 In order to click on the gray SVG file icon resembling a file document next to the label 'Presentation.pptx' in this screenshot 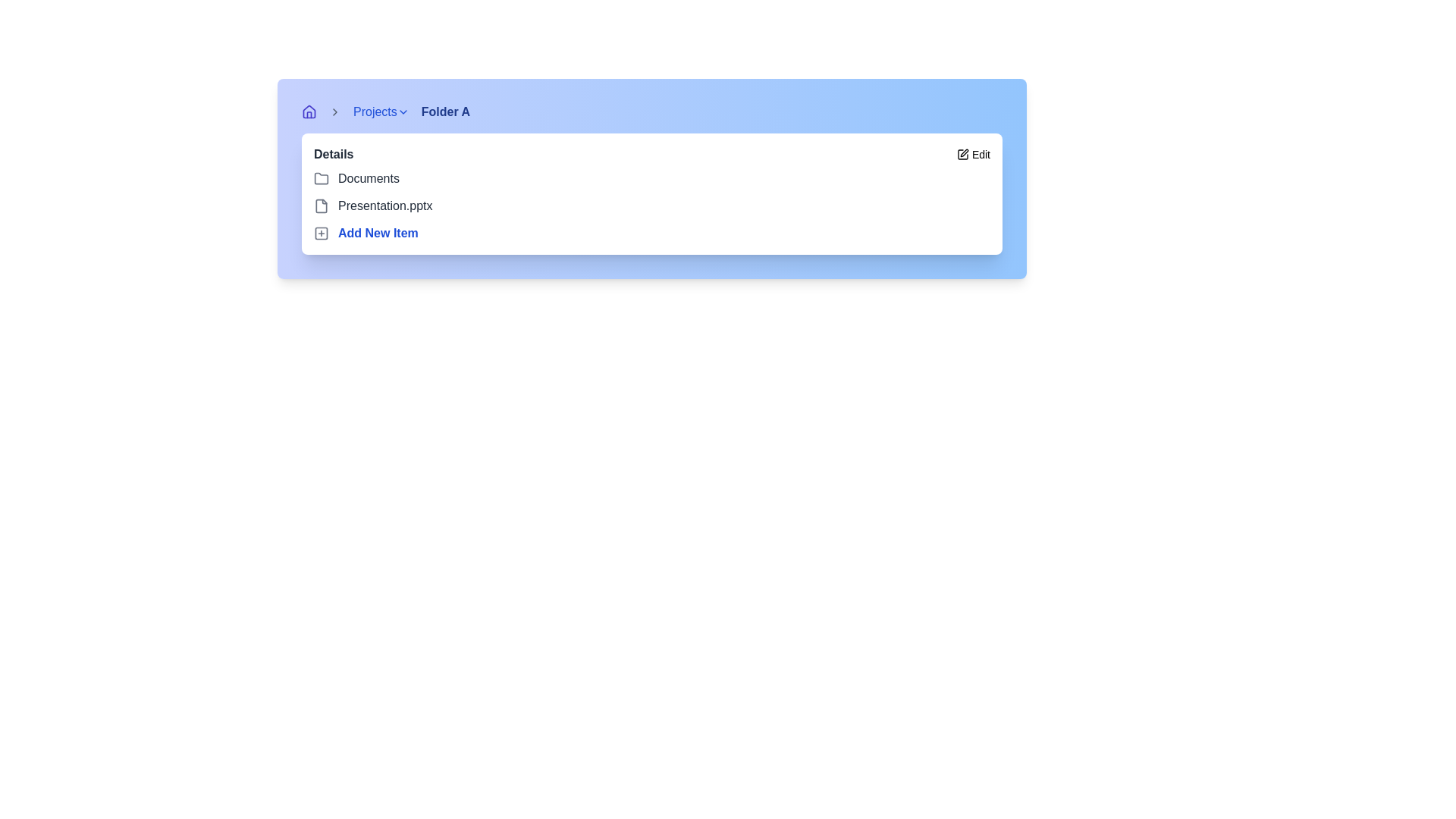, I will do `click(320, 206)`.